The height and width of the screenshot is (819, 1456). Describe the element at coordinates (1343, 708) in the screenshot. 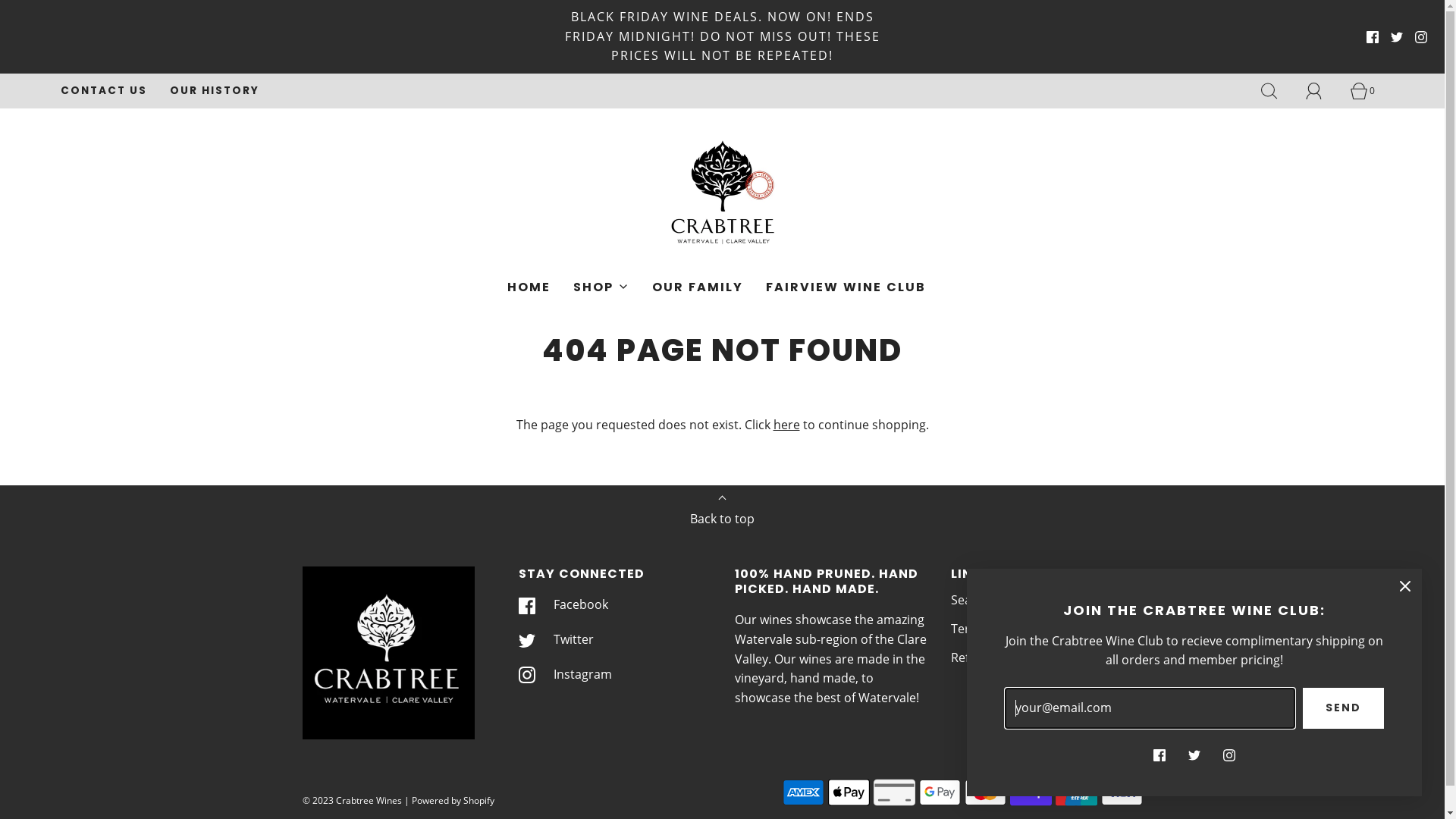

I see `'SEND'` at that location.